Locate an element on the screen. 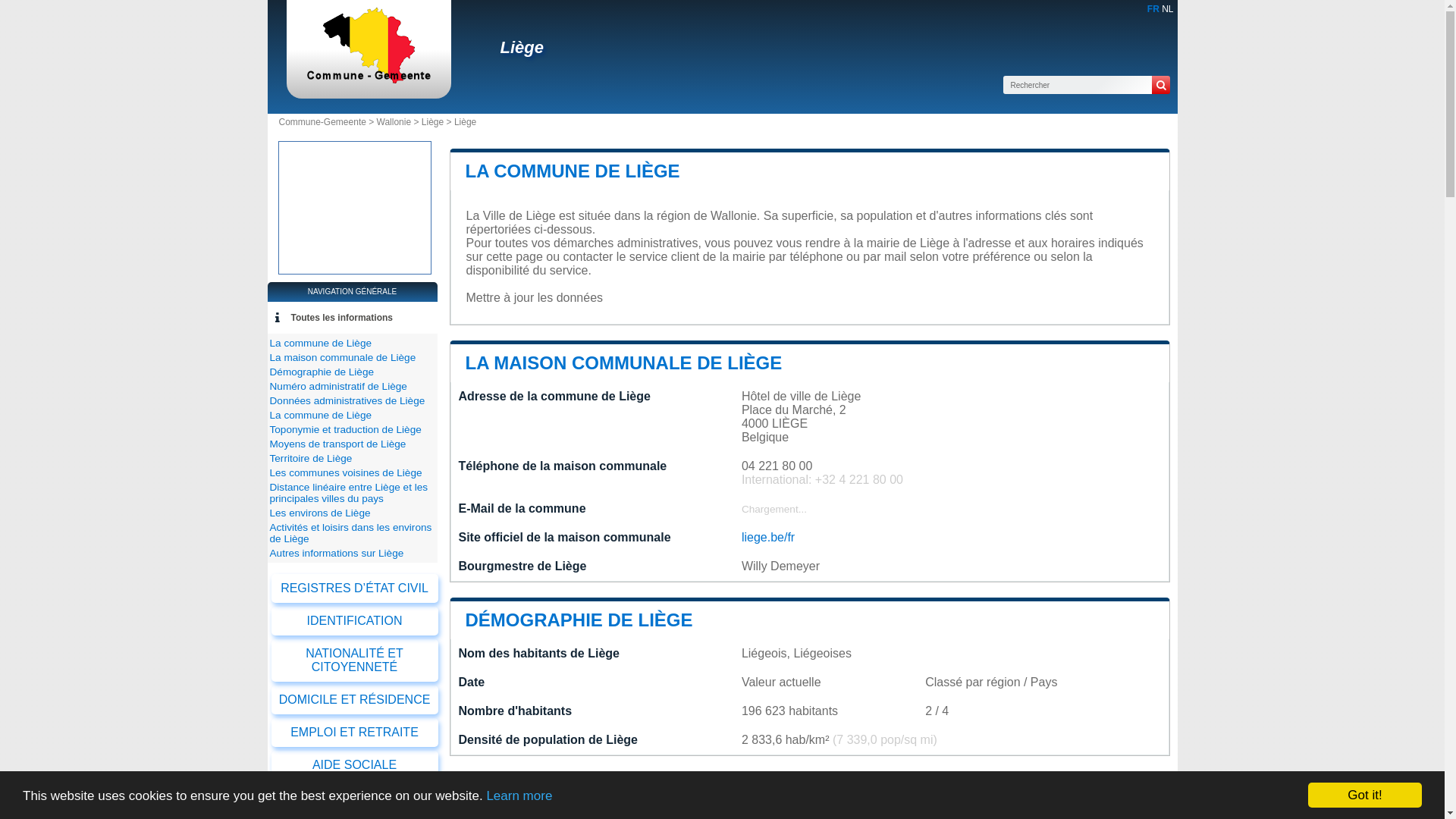 The height and width of the screenshot is (819, 1456). 'AUTOMOBILE' is located at coordinates (353, 797).